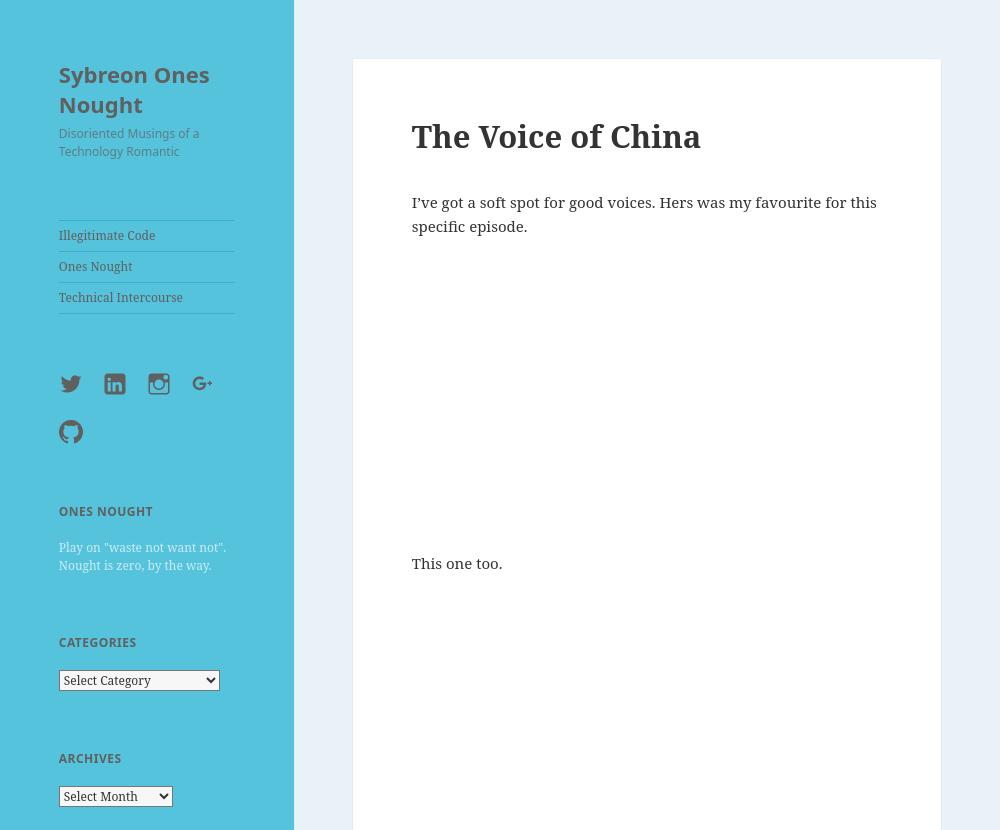  What do you see at coordinates (556, 134) in the screenshot?
I see `'The Voice of China'` at bounding box center [556, 134].